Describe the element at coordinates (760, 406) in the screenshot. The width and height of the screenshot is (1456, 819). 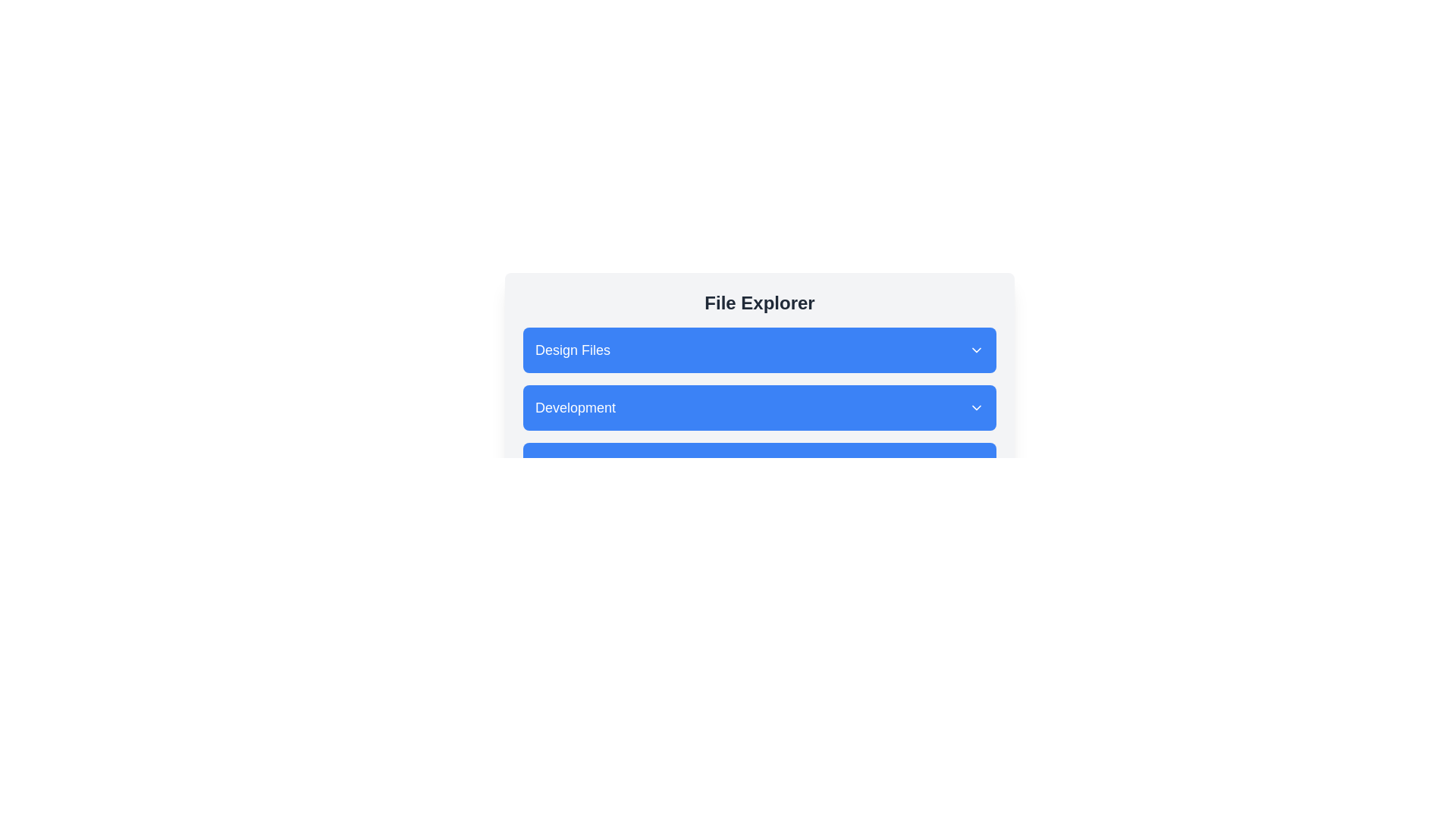
I see `the file named FrontendCode.zip within the folder Development` at that location.